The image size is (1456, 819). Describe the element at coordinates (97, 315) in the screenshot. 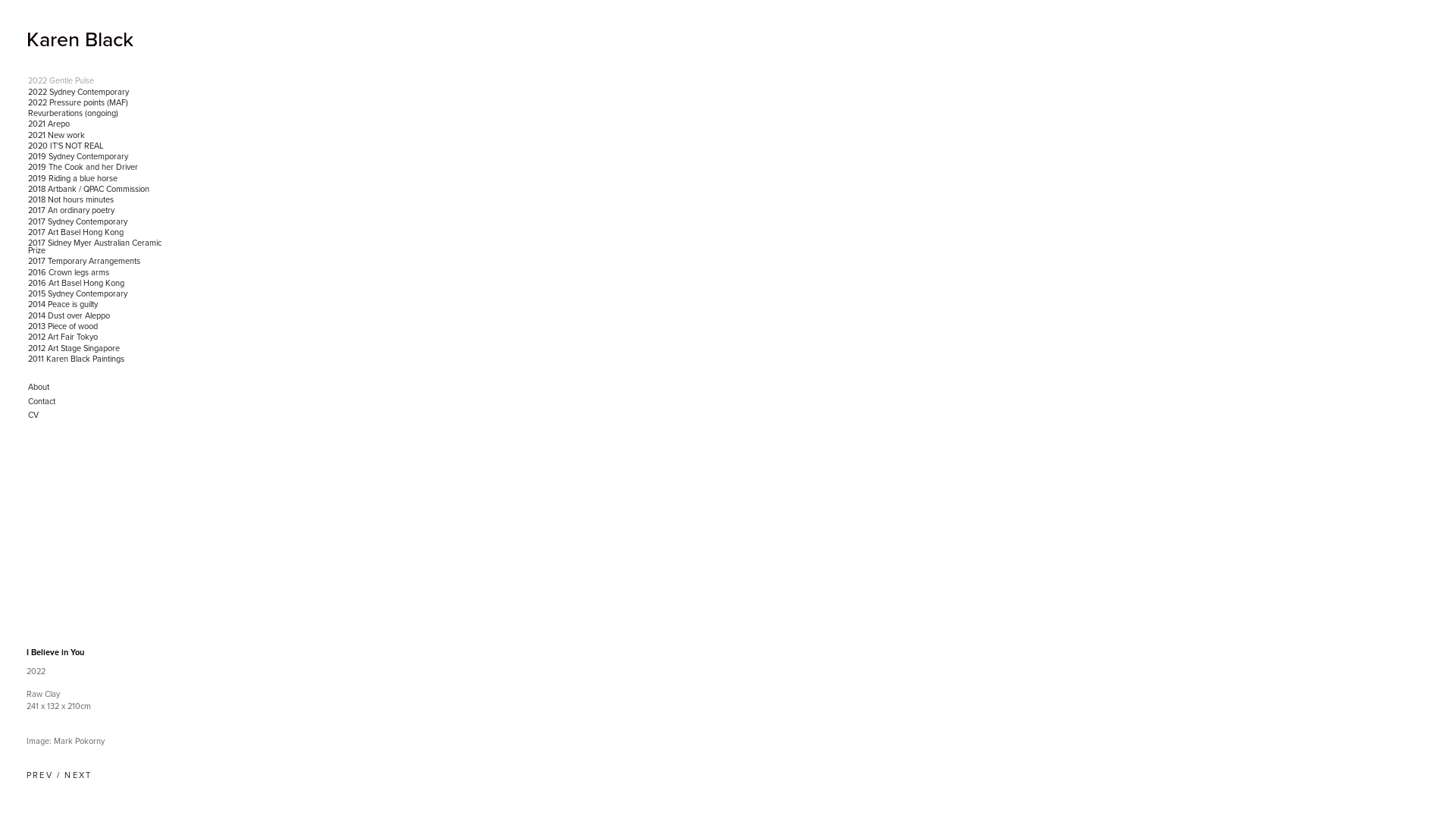

I see `'2014 Dust over Aleppo'` at that location.